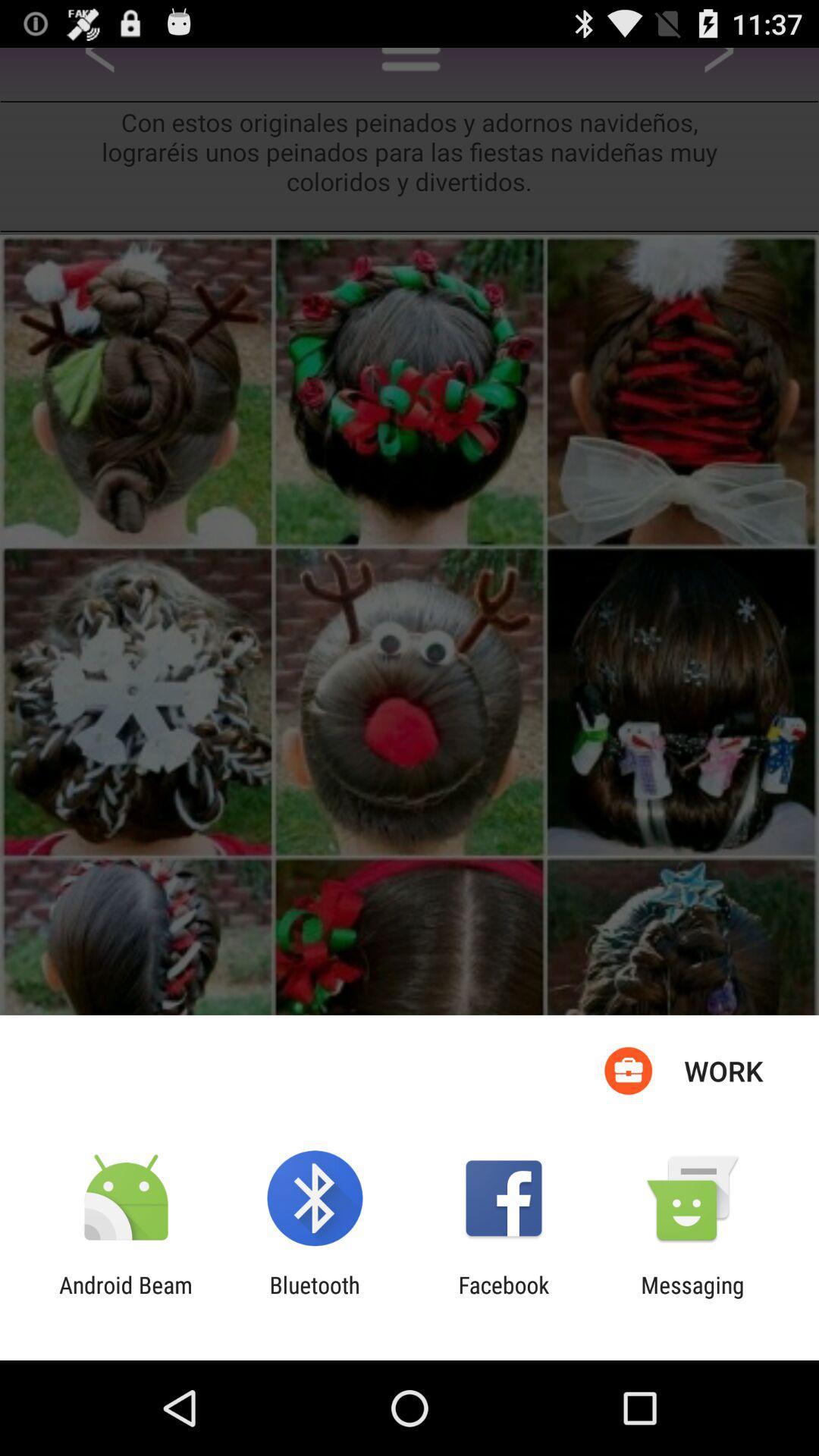 The image size is (819, 1456). Describe the element at coordinates (692, 1298) in the screenshot. I see `the messaging app` at that location.